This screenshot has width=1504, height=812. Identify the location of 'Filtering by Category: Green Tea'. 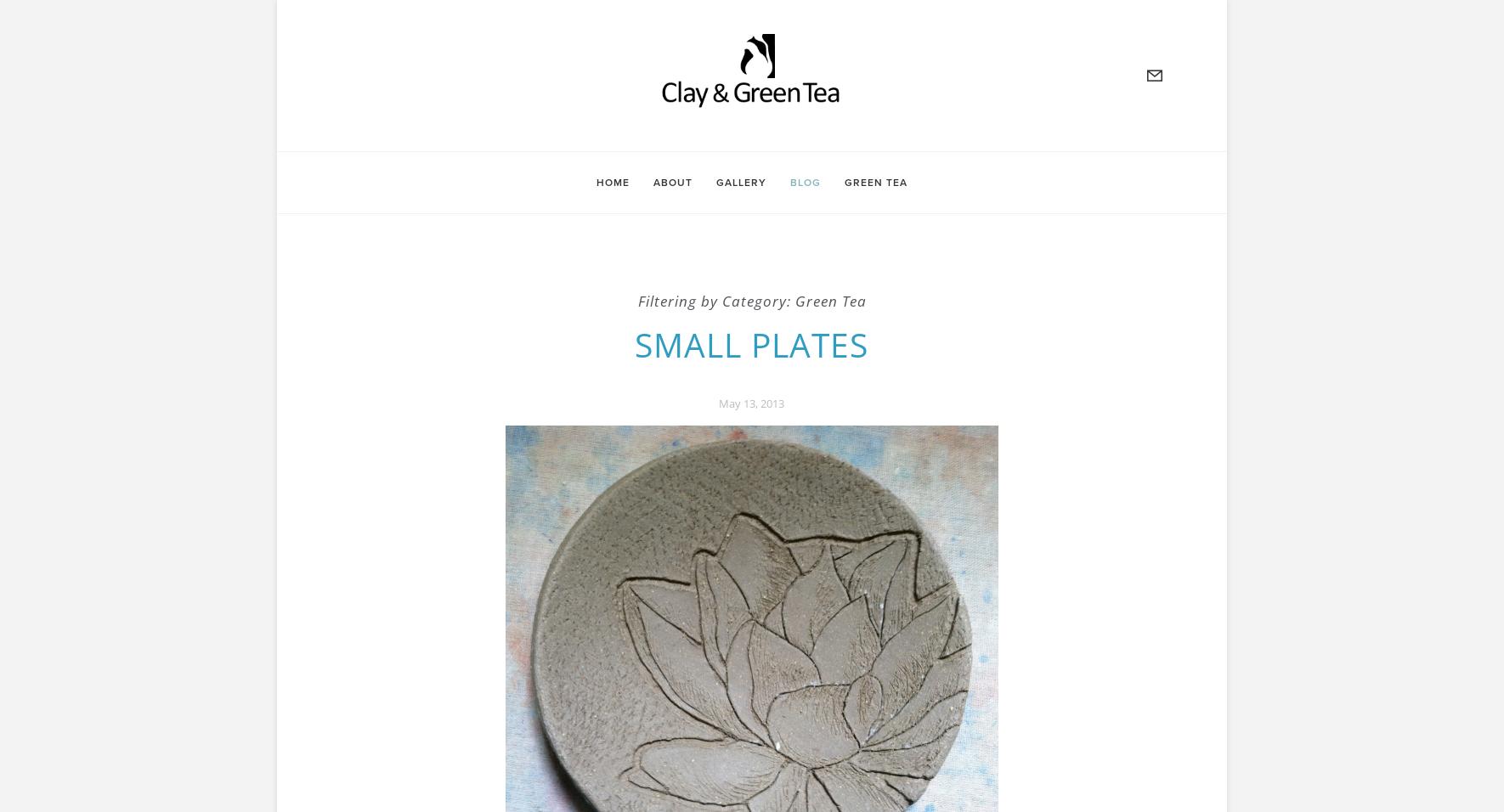
(636, 300).